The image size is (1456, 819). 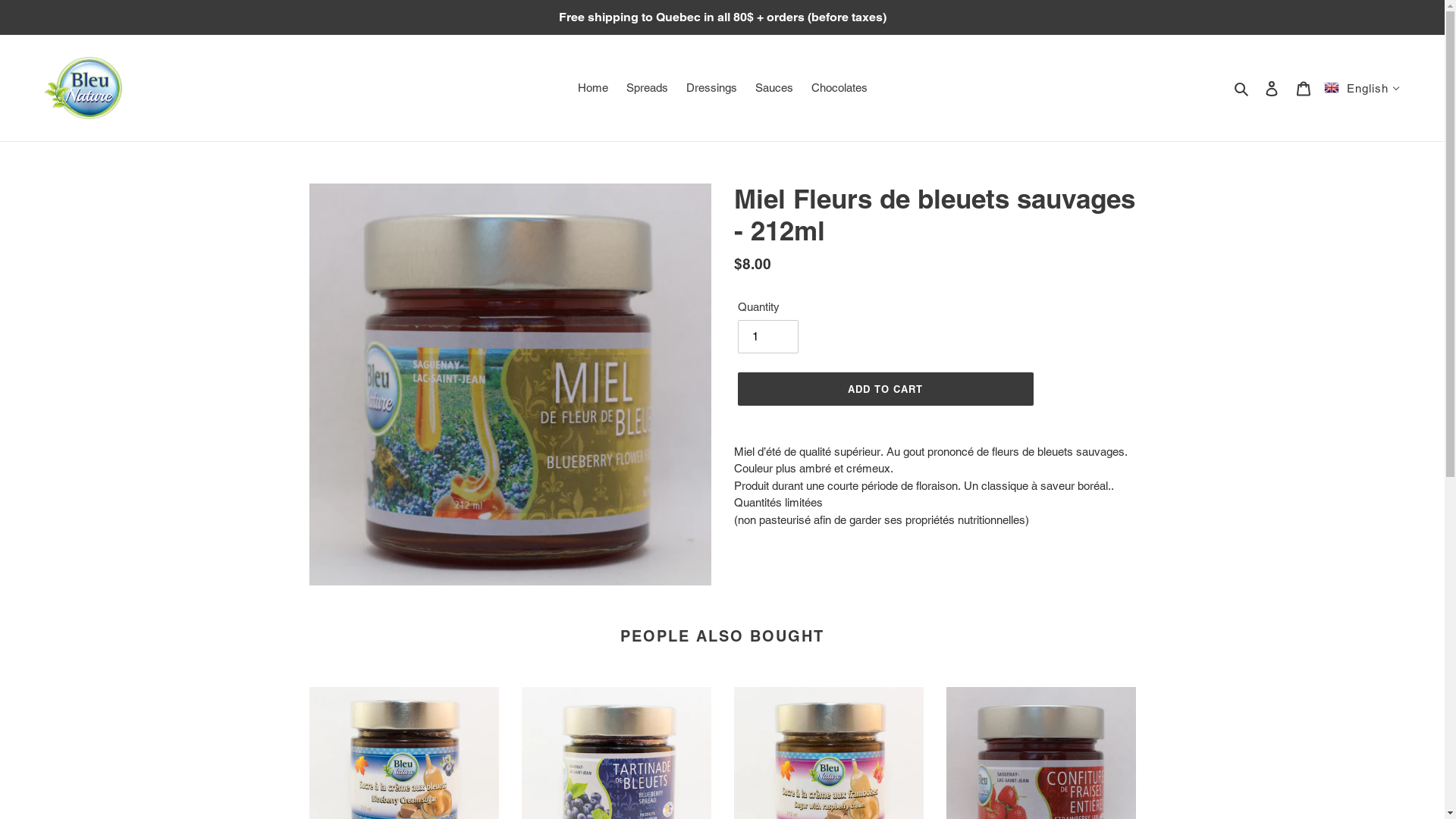 What do you see at coordinates (592, 88) in the screenshot?
I see `'Home'` at bounding box center [592, 88].